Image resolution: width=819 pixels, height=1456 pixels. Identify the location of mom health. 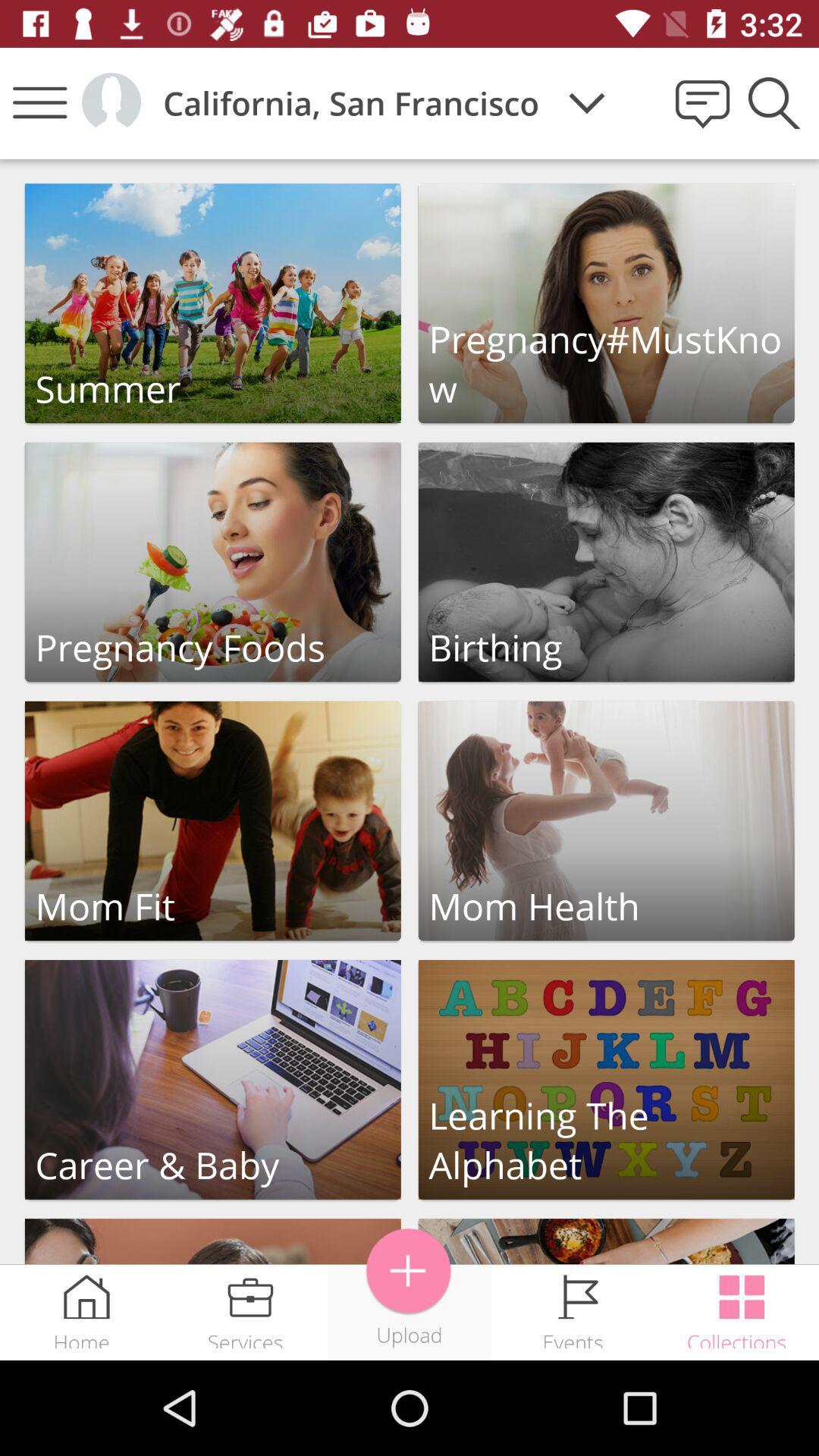
(605, 820).